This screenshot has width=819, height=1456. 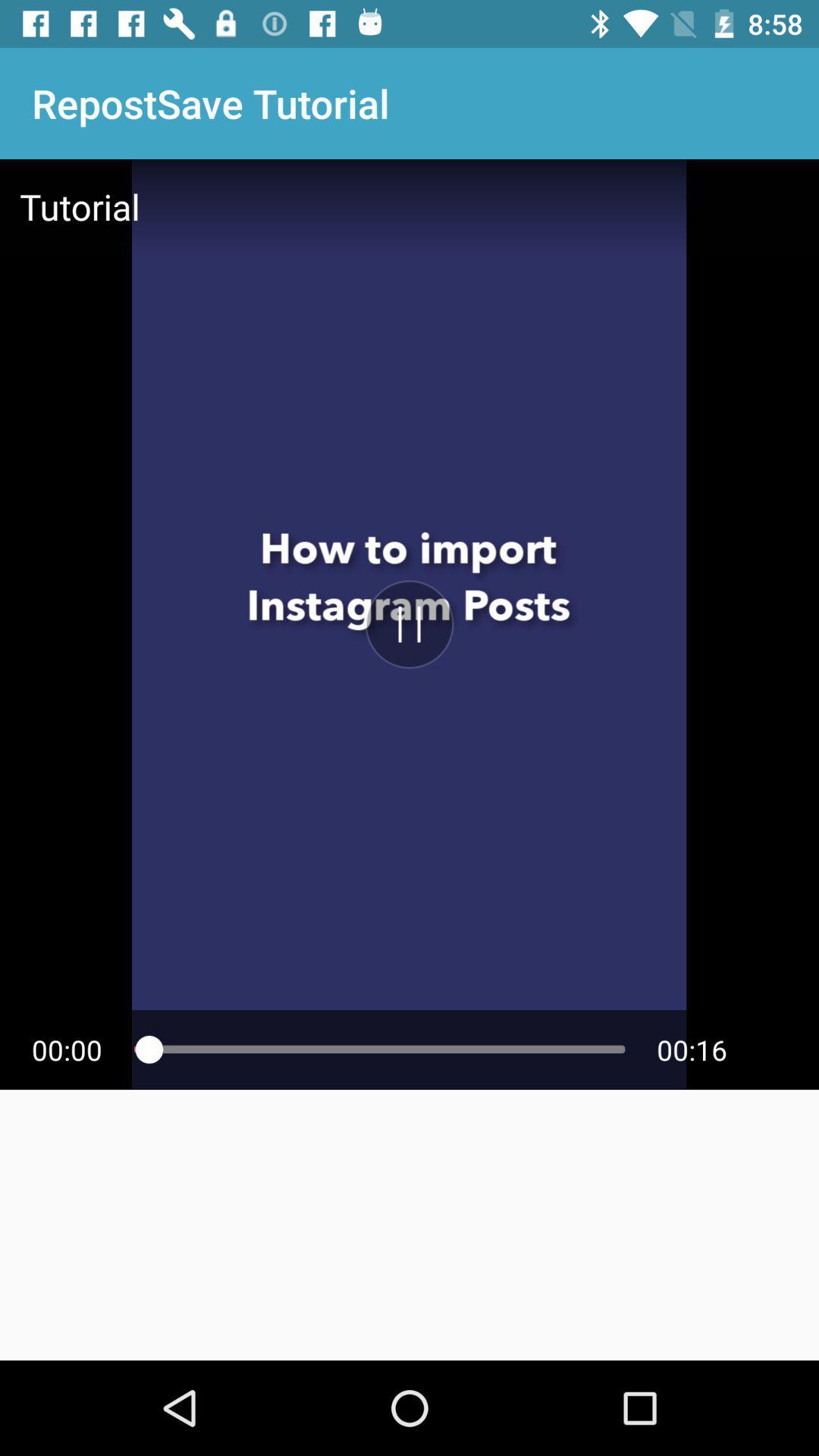 I want to click on play, so click(x=409, y=624).